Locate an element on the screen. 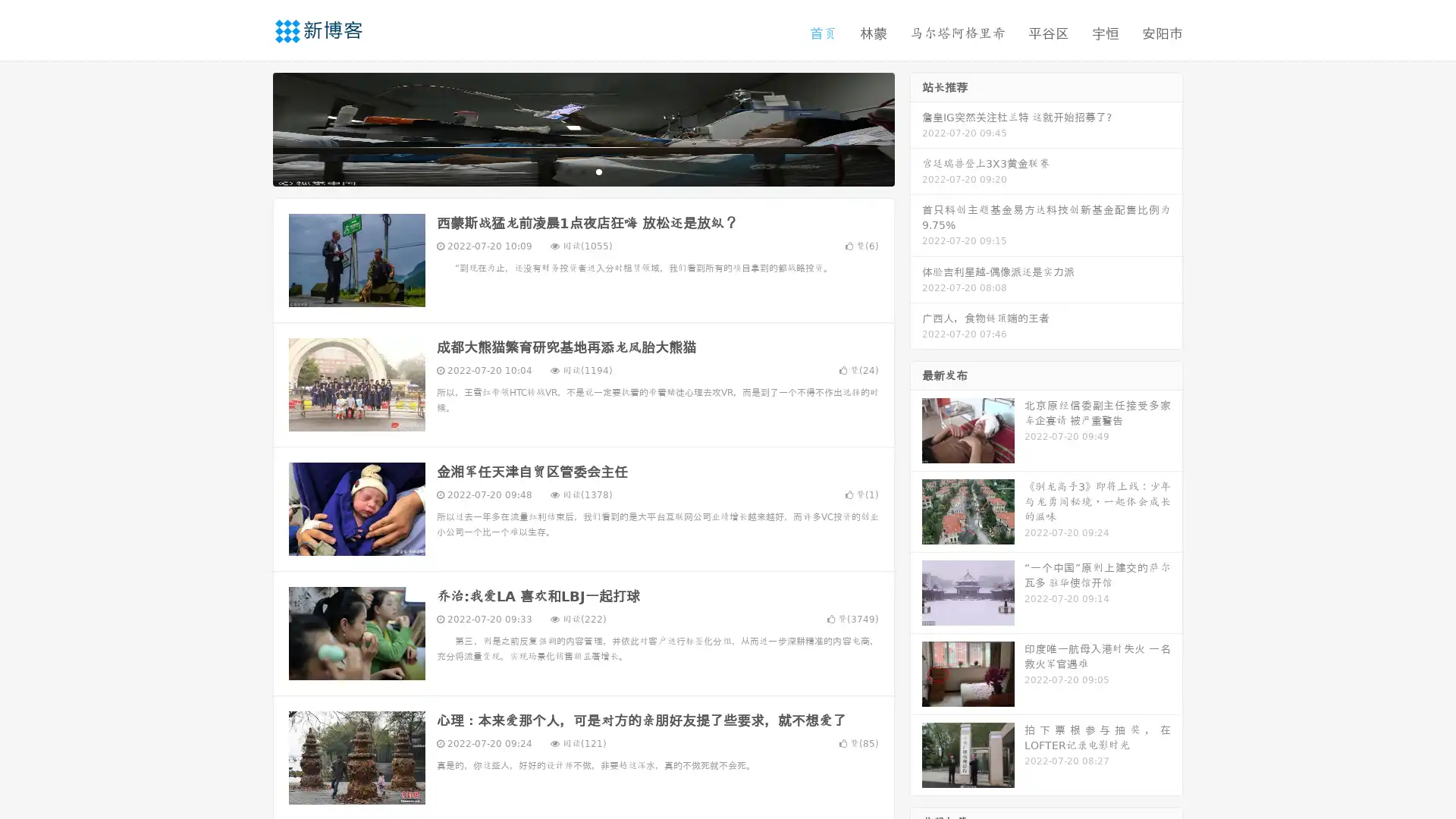 Image resolution: width=1456 pixels, height=819 pixels. Go to slide 2 is located at coordinates (582, 171).